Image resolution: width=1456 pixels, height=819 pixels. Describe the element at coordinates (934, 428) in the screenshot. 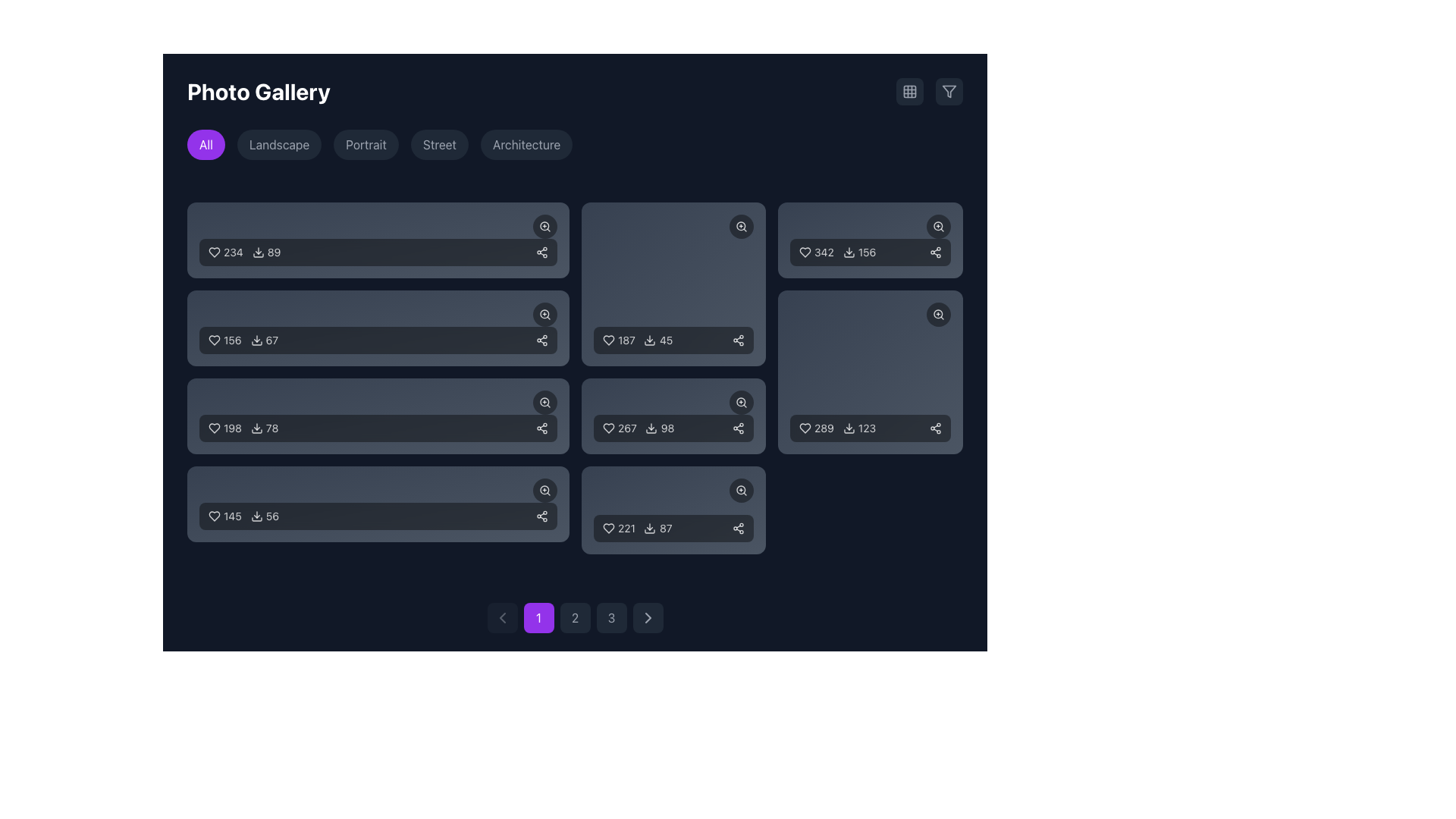

I see `the icon button resembling three connected circles in a triangular arrangement to observe the color change from gray to white` at that location.